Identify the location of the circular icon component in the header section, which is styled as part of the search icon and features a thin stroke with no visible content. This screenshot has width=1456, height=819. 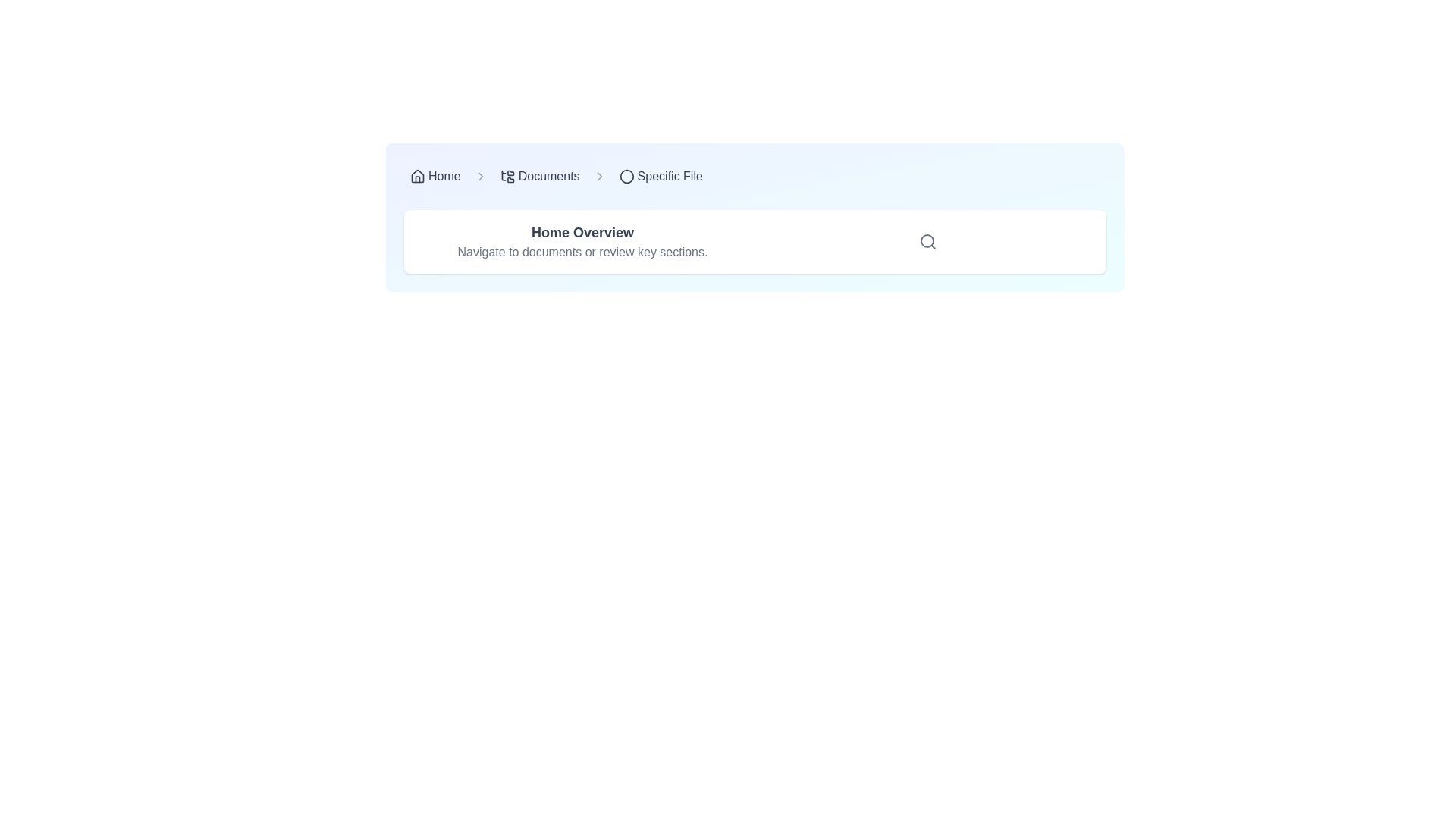
(926, 240).